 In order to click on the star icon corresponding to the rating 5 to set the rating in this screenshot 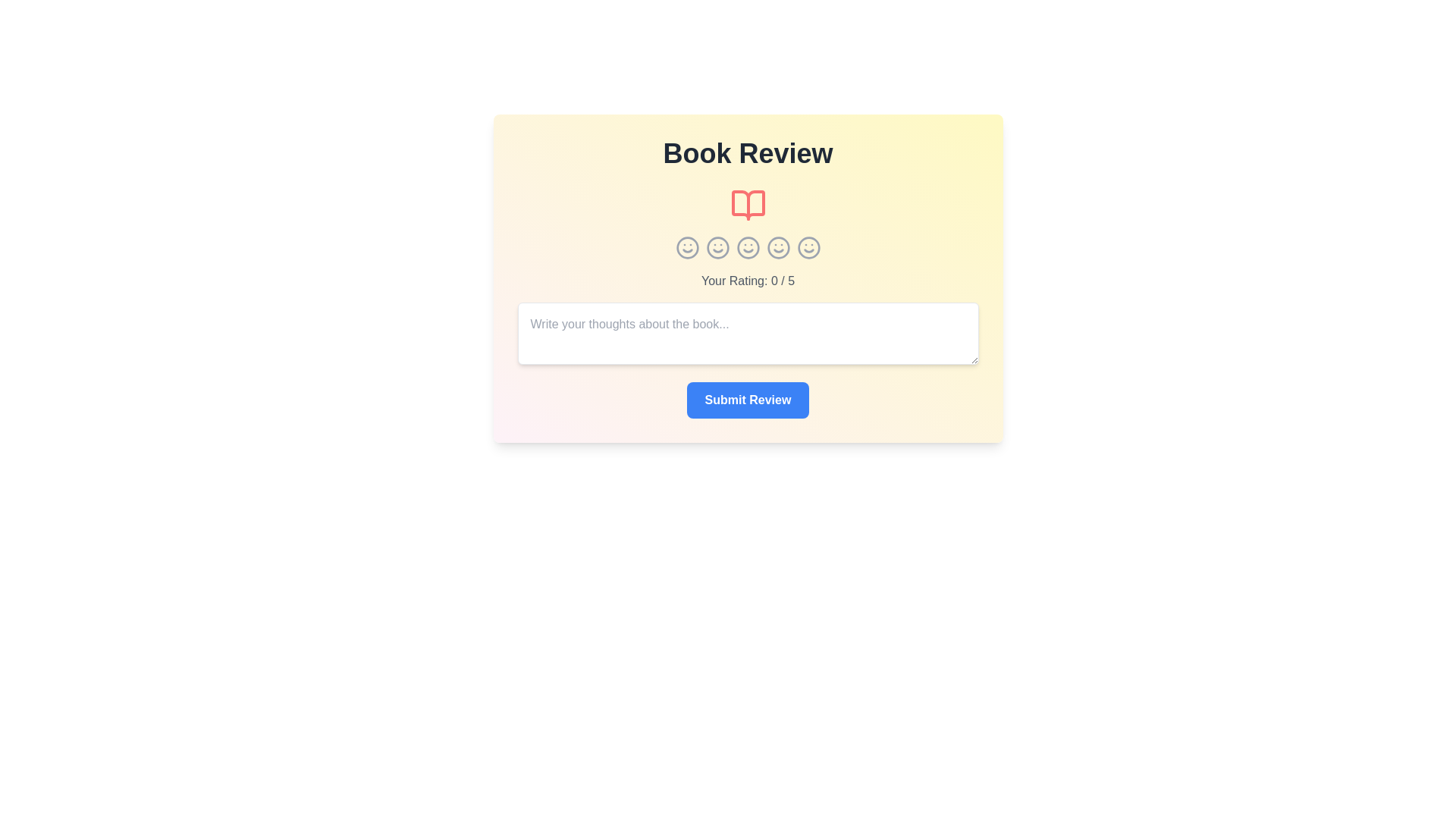, I will do `click(808, 247)`.